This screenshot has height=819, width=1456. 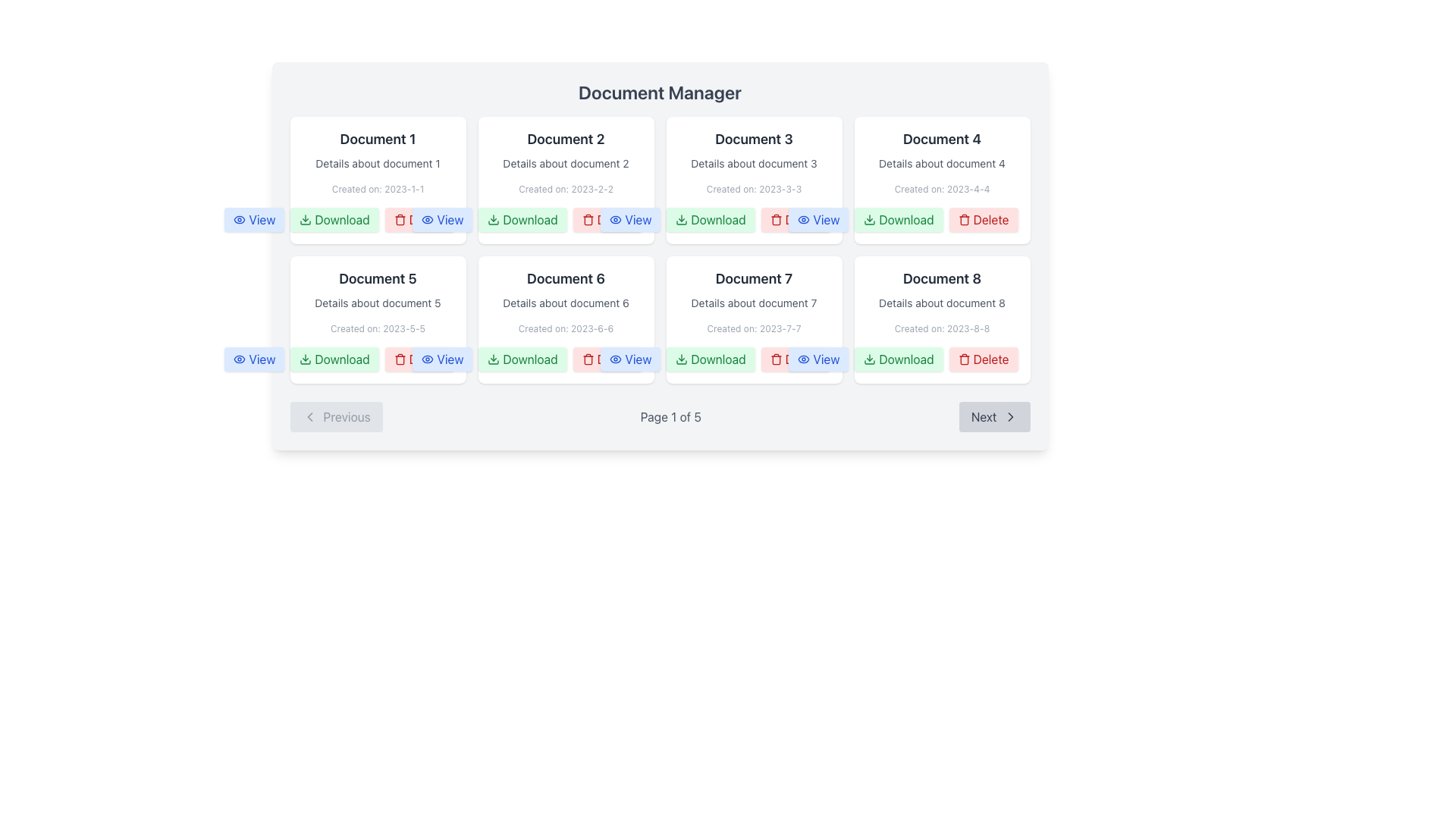 I want to click on the text heading labeled 'Document 2', which is styled in bold and dark gray, located in the second document card of the grid layout, so click(x=565, y=140).